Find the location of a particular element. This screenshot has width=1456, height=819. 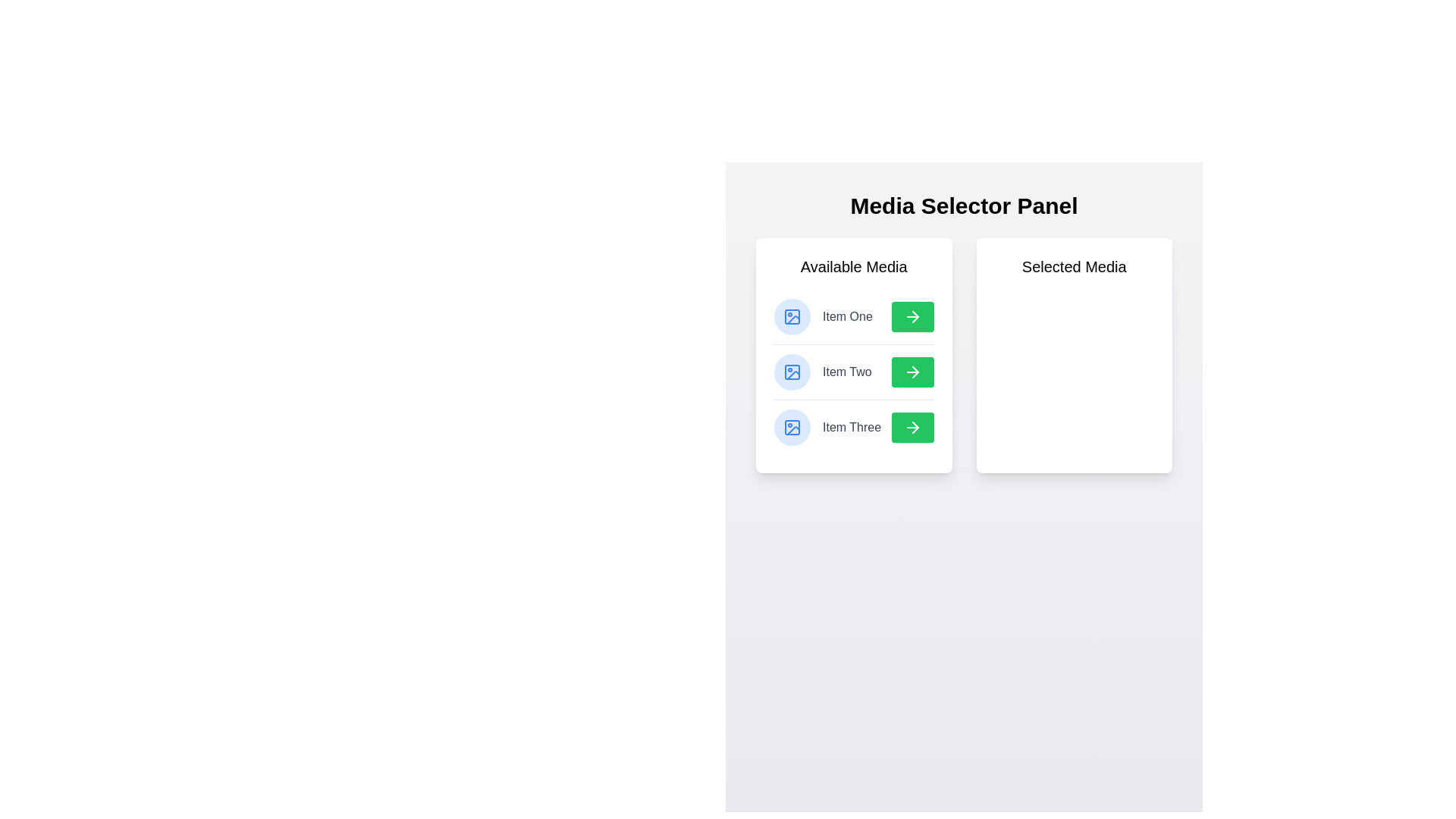

text content of the gray text label labeled 'Item One' located in the 'Available Media' section, positioned to the left of the green action button and right of a circular blue icon is located at coordinates (846, 315).